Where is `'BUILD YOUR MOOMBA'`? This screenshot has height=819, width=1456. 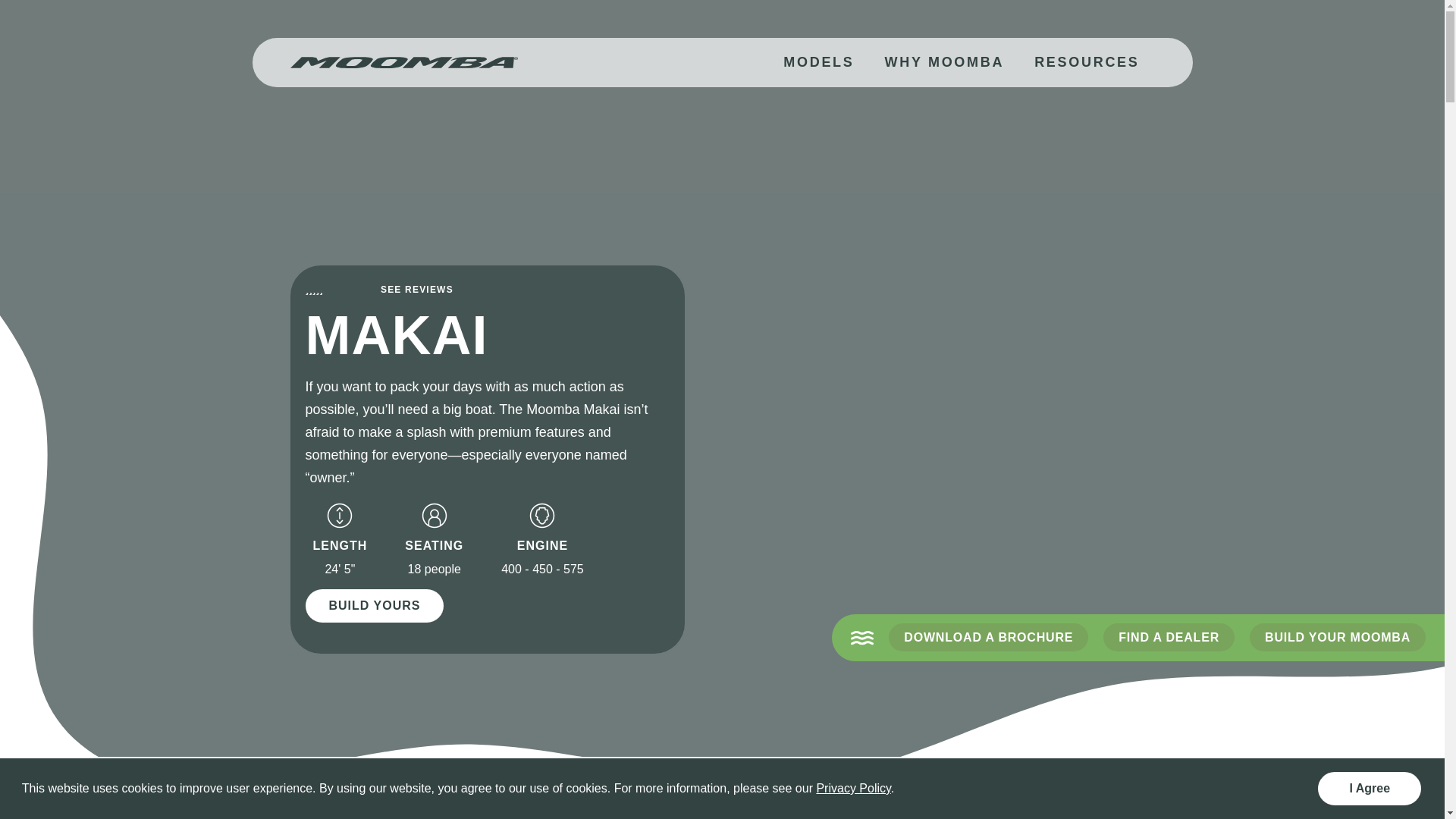
'BUILD YOUR MOOMBA' is located at coordinates (1249, 637).